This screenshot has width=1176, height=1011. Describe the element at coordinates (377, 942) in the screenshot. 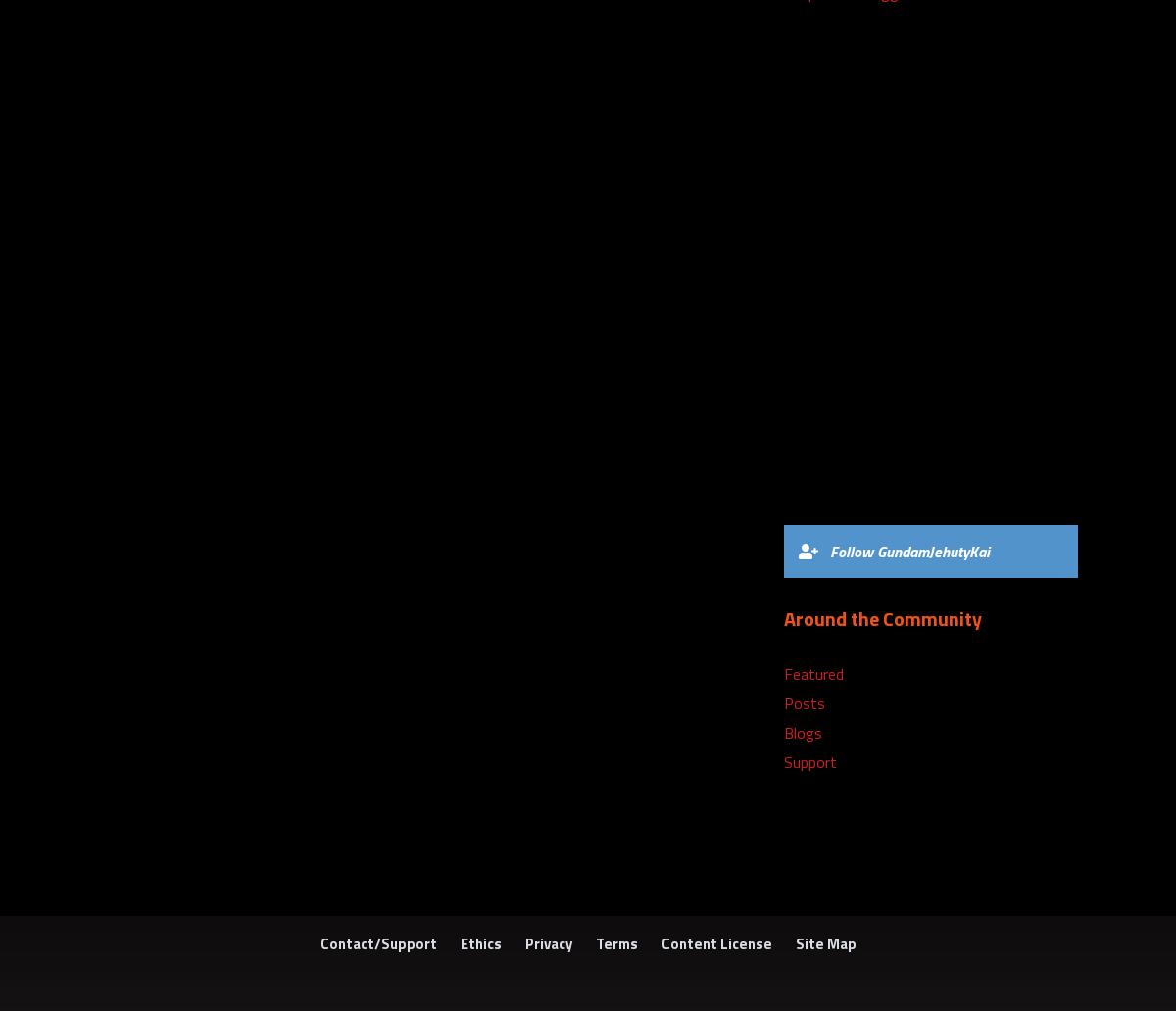

I see `'Contact/Support'` at that location.